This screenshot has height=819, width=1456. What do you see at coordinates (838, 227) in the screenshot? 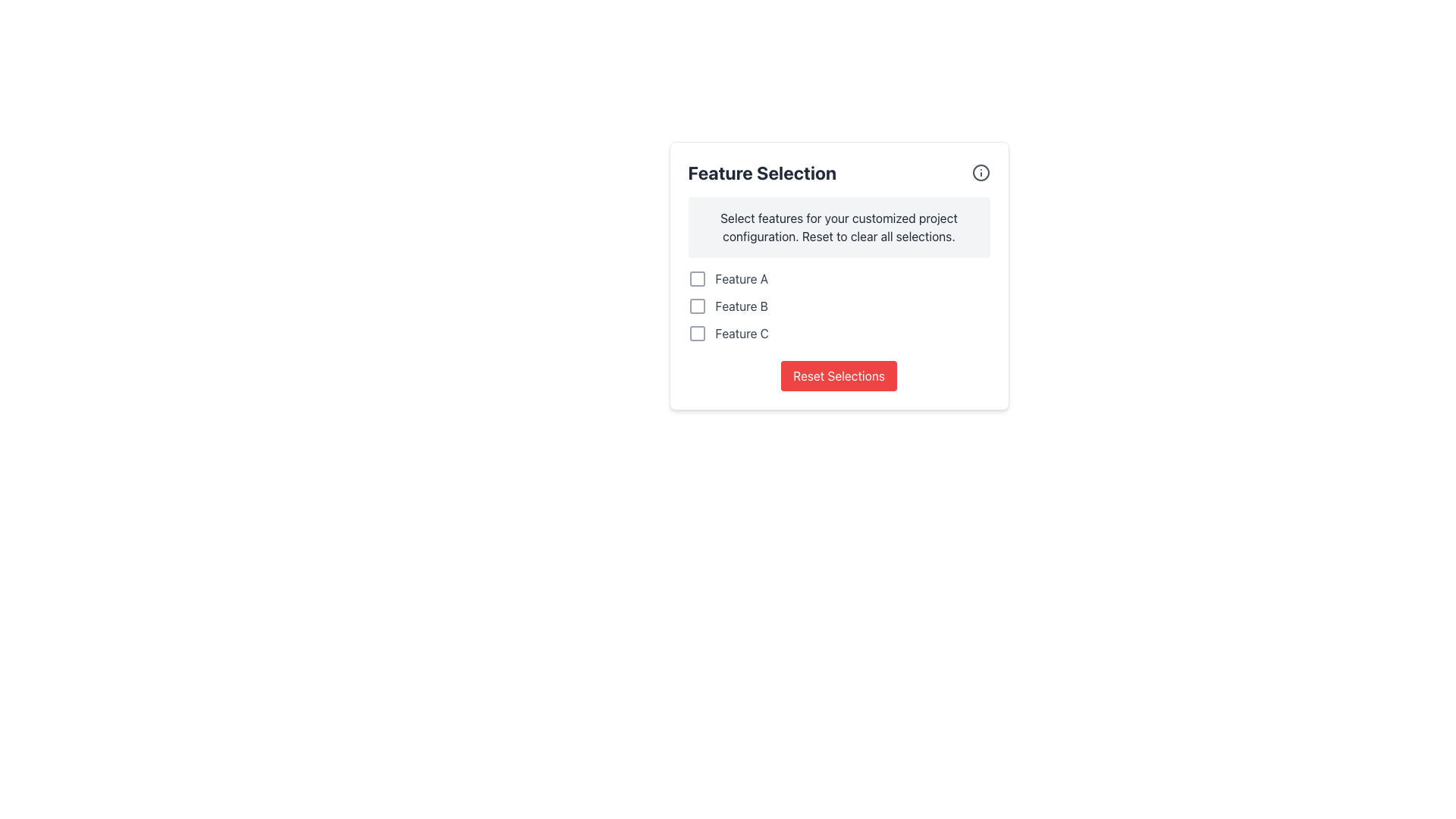
I see `the descriptive text element located below the title in the 'Feature Selection' panel, which explains the purpose and functionality of the feature selection interface` at bounding box center [838, 227].